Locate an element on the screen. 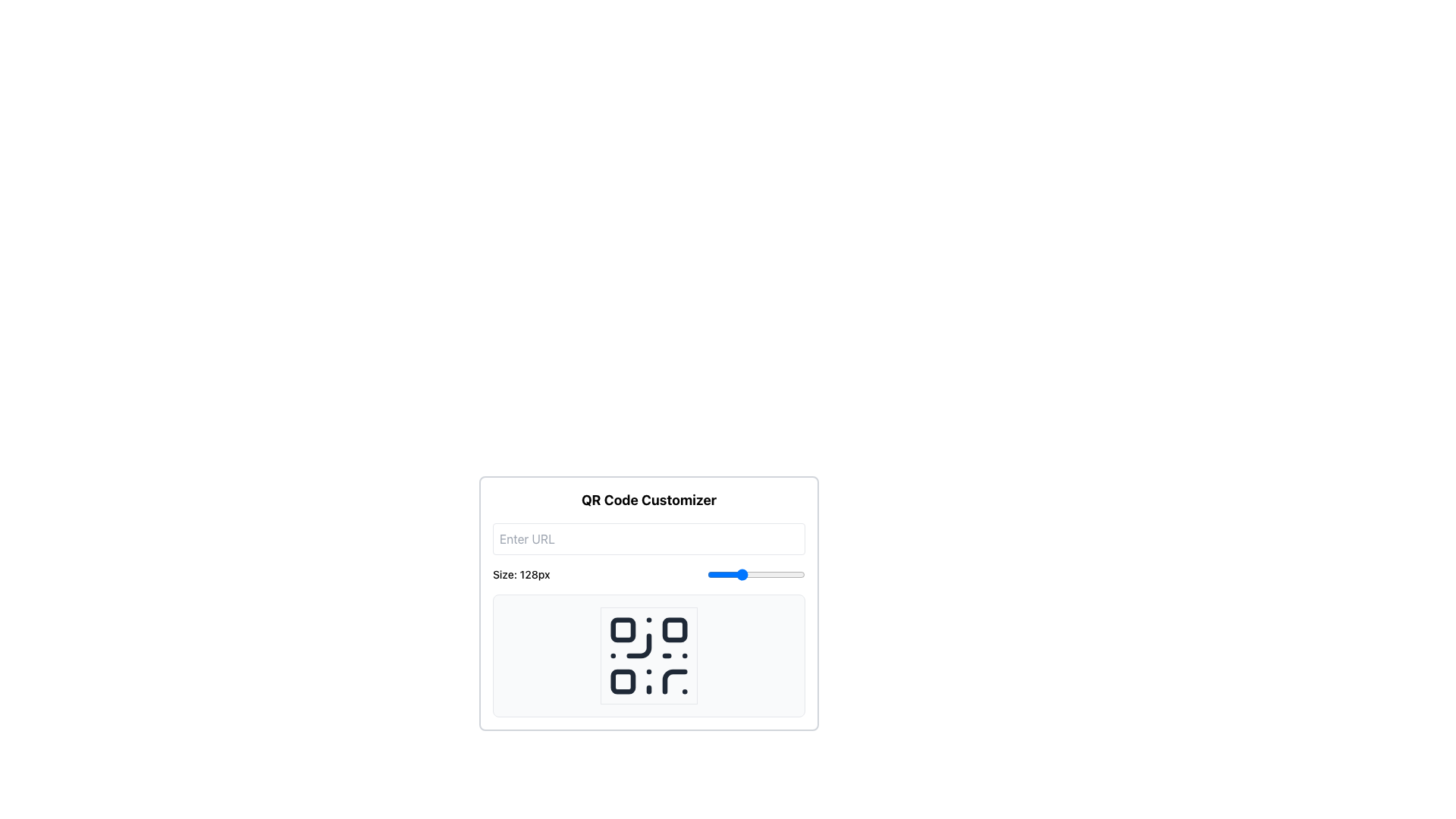 The image size is (1456, 819). the slider value is located at coordinates (725, 575).